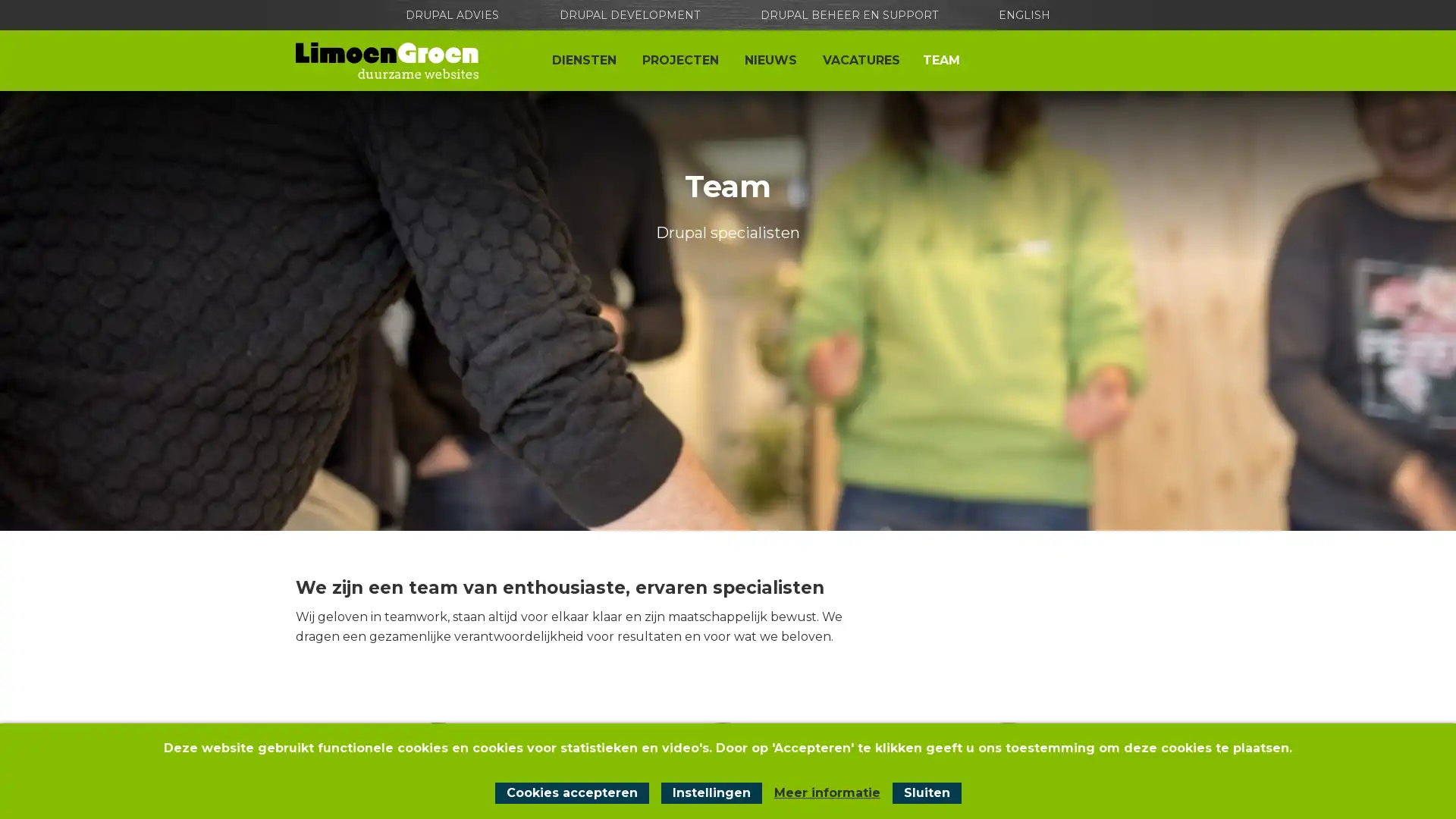 This screenshot has height=819, width=1456. I want to click on Instellingen, so click(710, 792).